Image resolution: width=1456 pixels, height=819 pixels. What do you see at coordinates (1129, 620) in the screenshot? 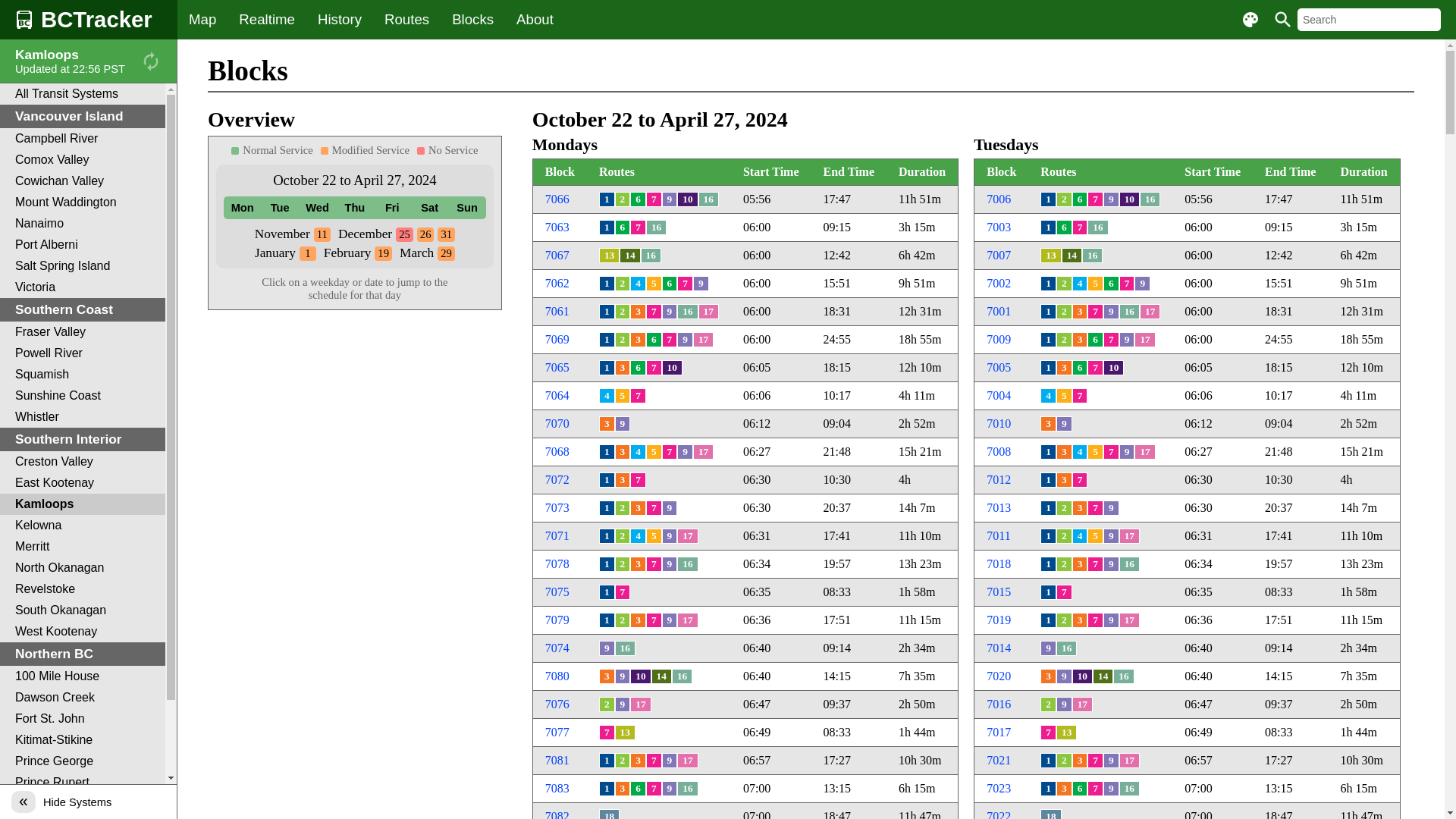
I see `'17'` at bounding box center [1129, 620].